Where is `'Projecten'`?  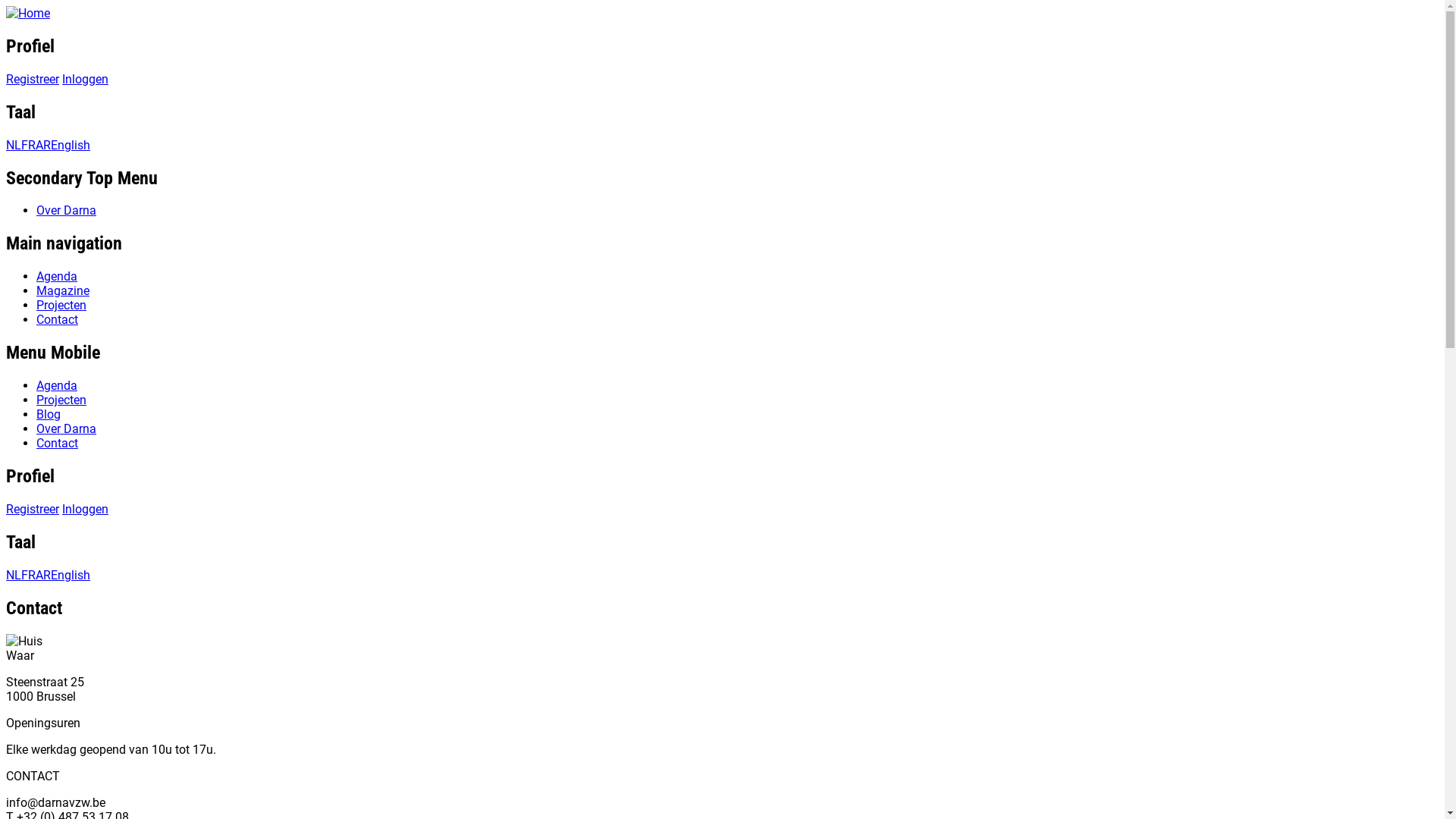
'Projecten' is located at coordinates (61, 305).